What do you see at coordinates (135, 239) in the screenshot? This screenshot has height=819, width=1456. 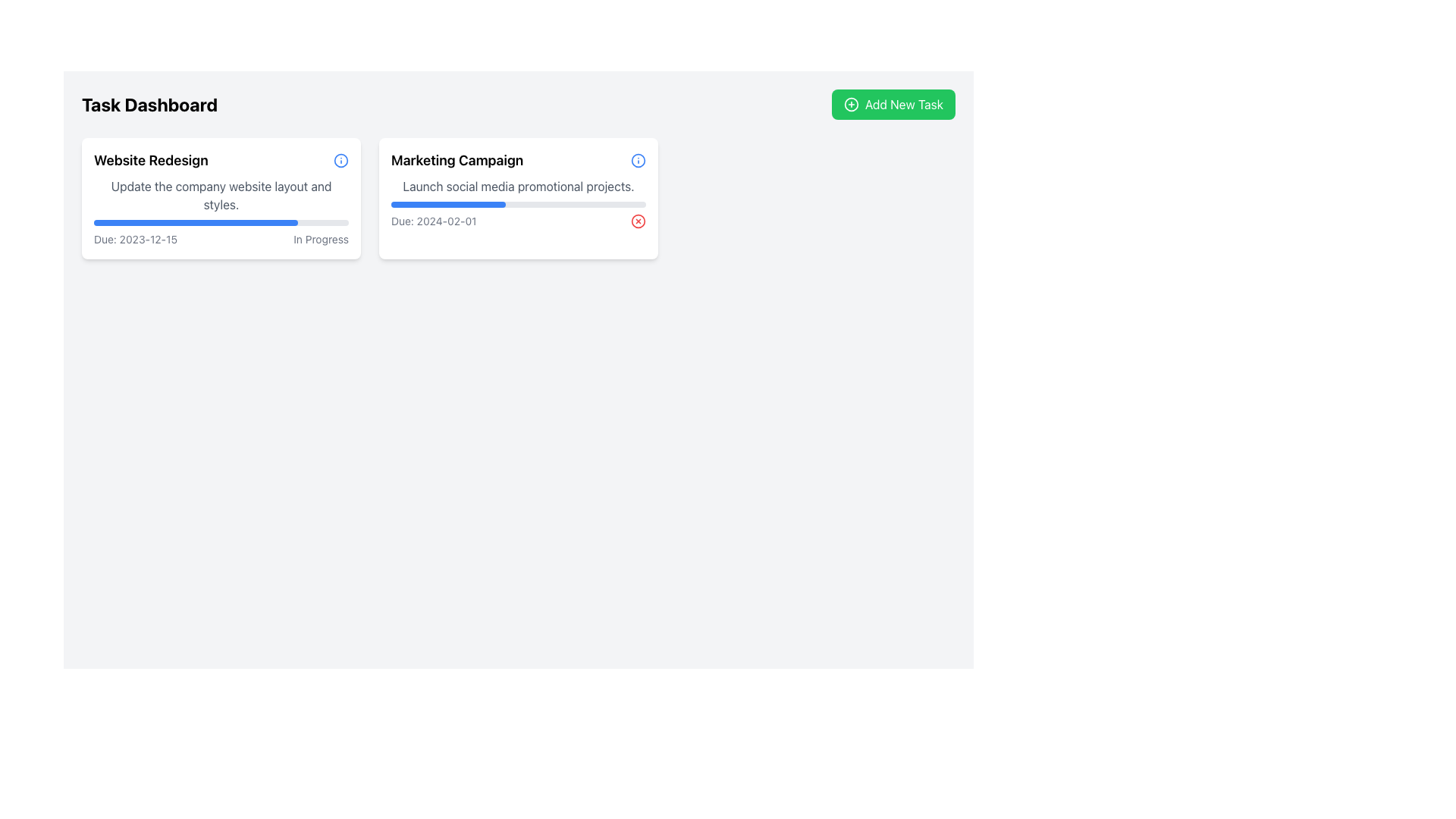 I see `the text element that reads 'Due: 2023-12-15', which is styled in a subtle gray color and located in the bottom-left area of the 'Website Redesign' card` at bounding box center [135, 239].